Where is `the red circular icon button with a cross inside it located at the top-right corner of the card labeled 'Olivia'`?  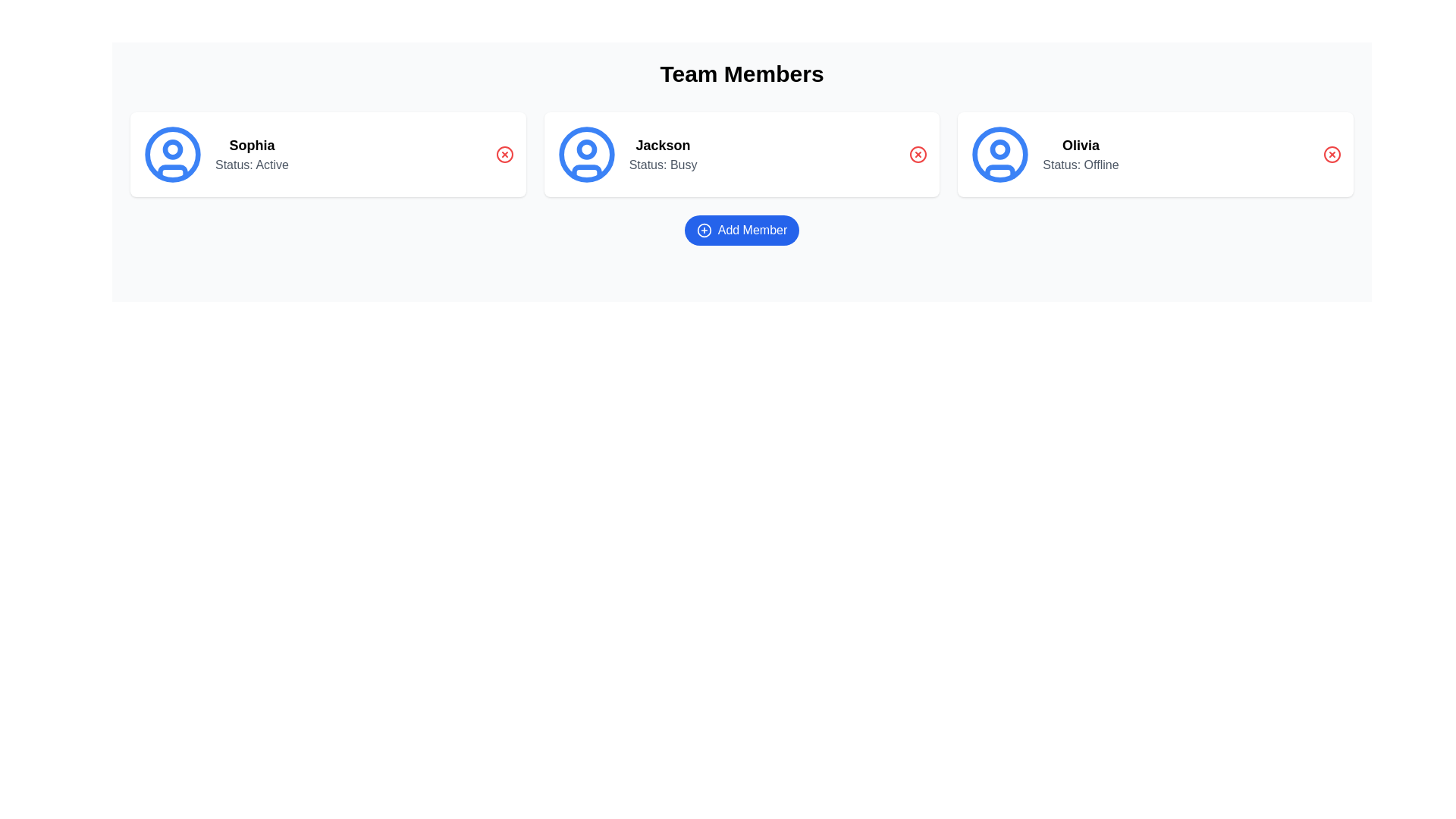
the red circular icon button with a cross inside it located at the top-right corner of the card labeled 'Olivia' is located at coordinates (1331, 155).